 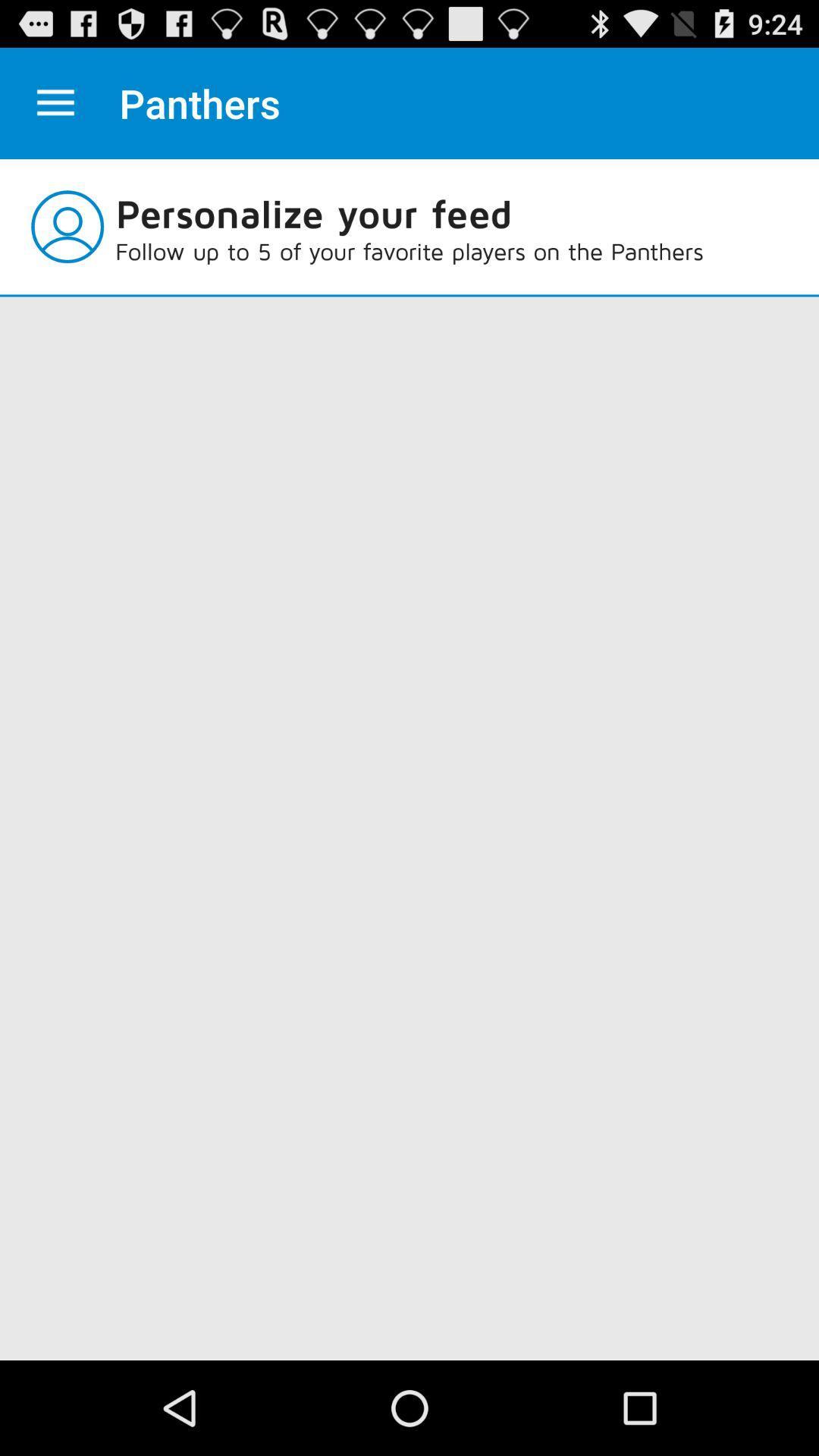 What do you see at coordinates (55, 102) in the screenshot?
I see `the icon to the left of panthers` at bounding box center [55, 102].